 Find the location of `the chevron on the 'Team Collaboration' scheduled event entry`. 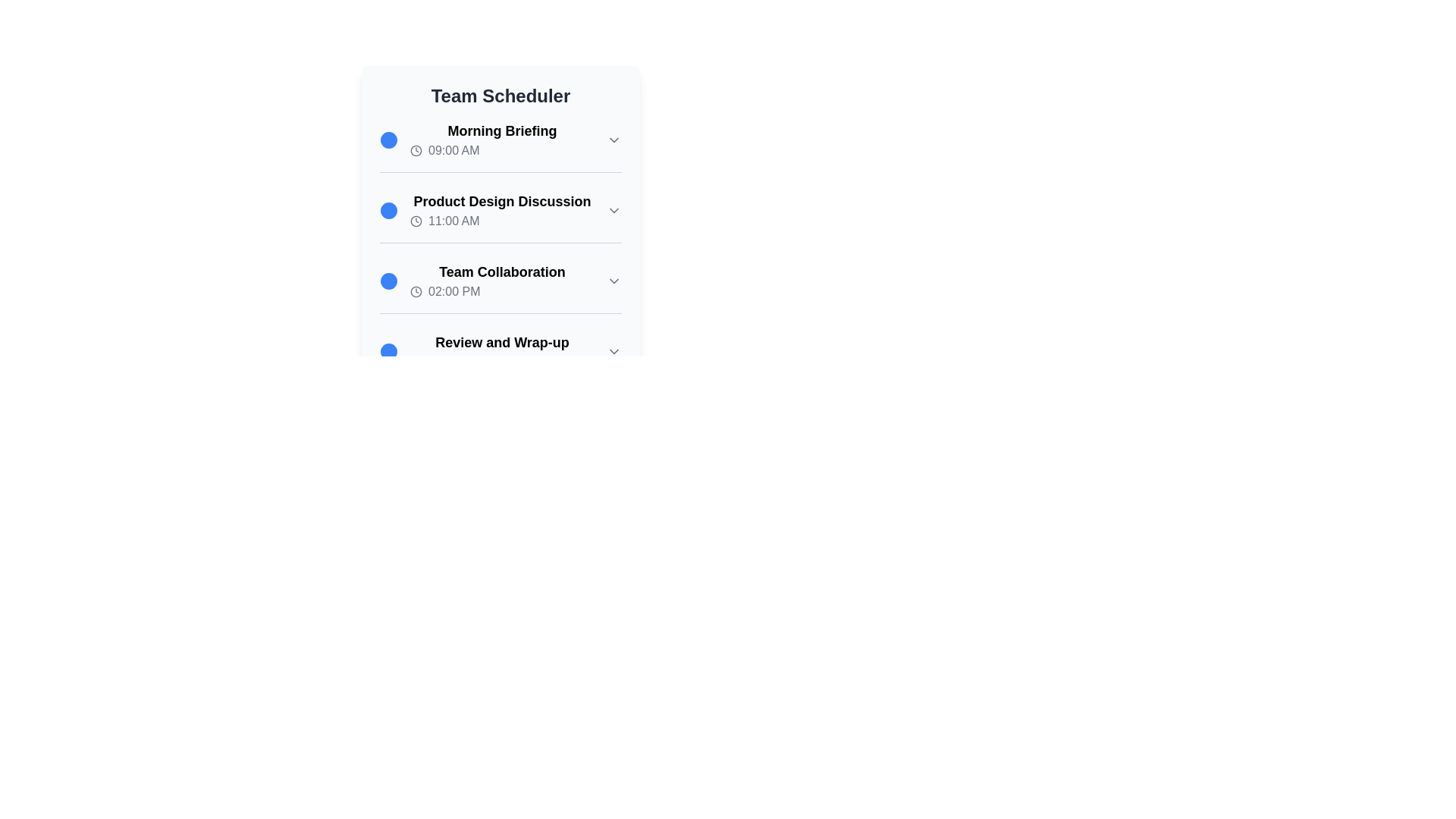

the chevron on the 'Team Collaboration' scheduled event entry is located at coordinates (500, 287).